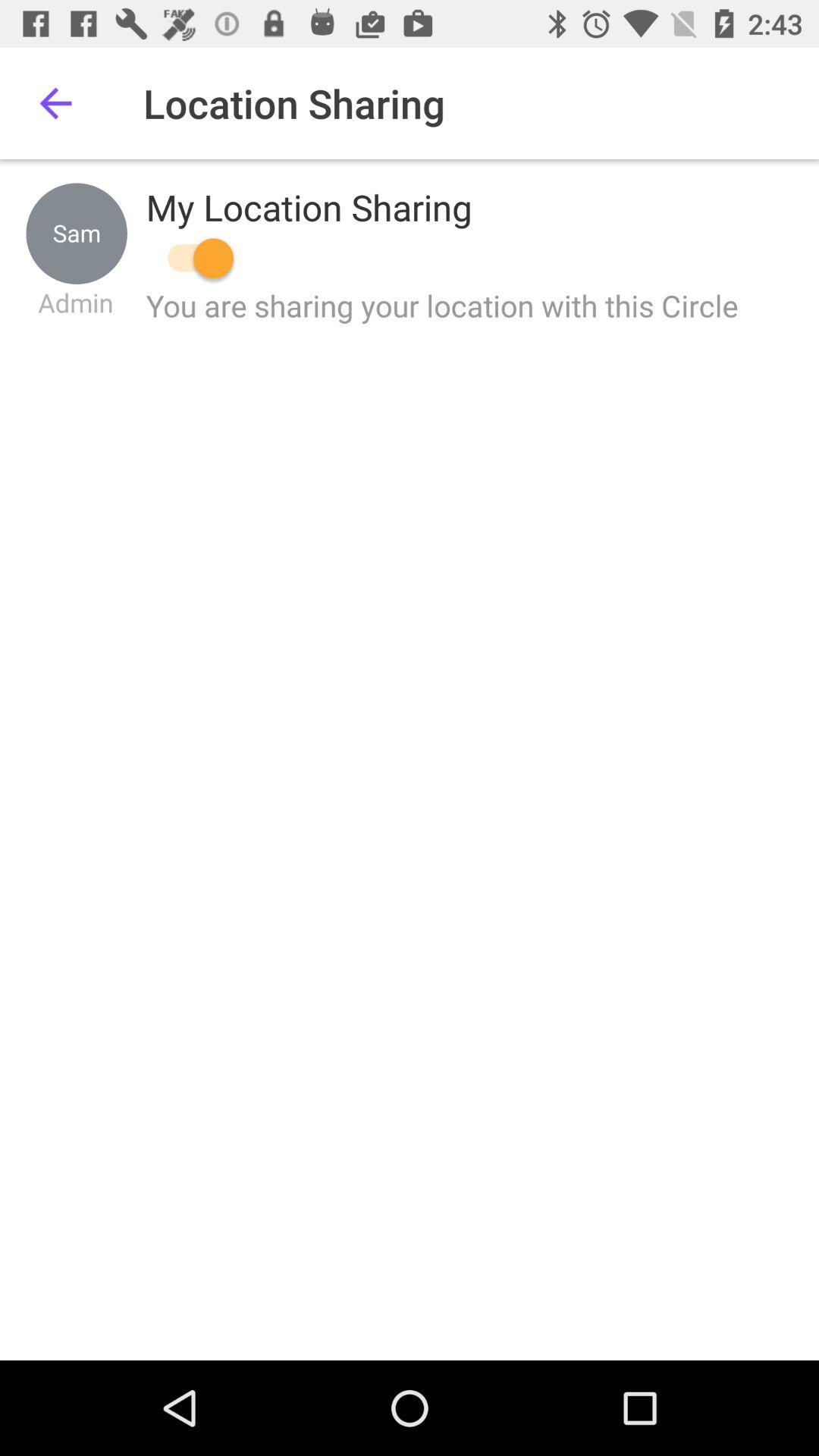  Describe the element at coordinates (192, 258) in the screenshot. I see `switch on location sharing` at that location.